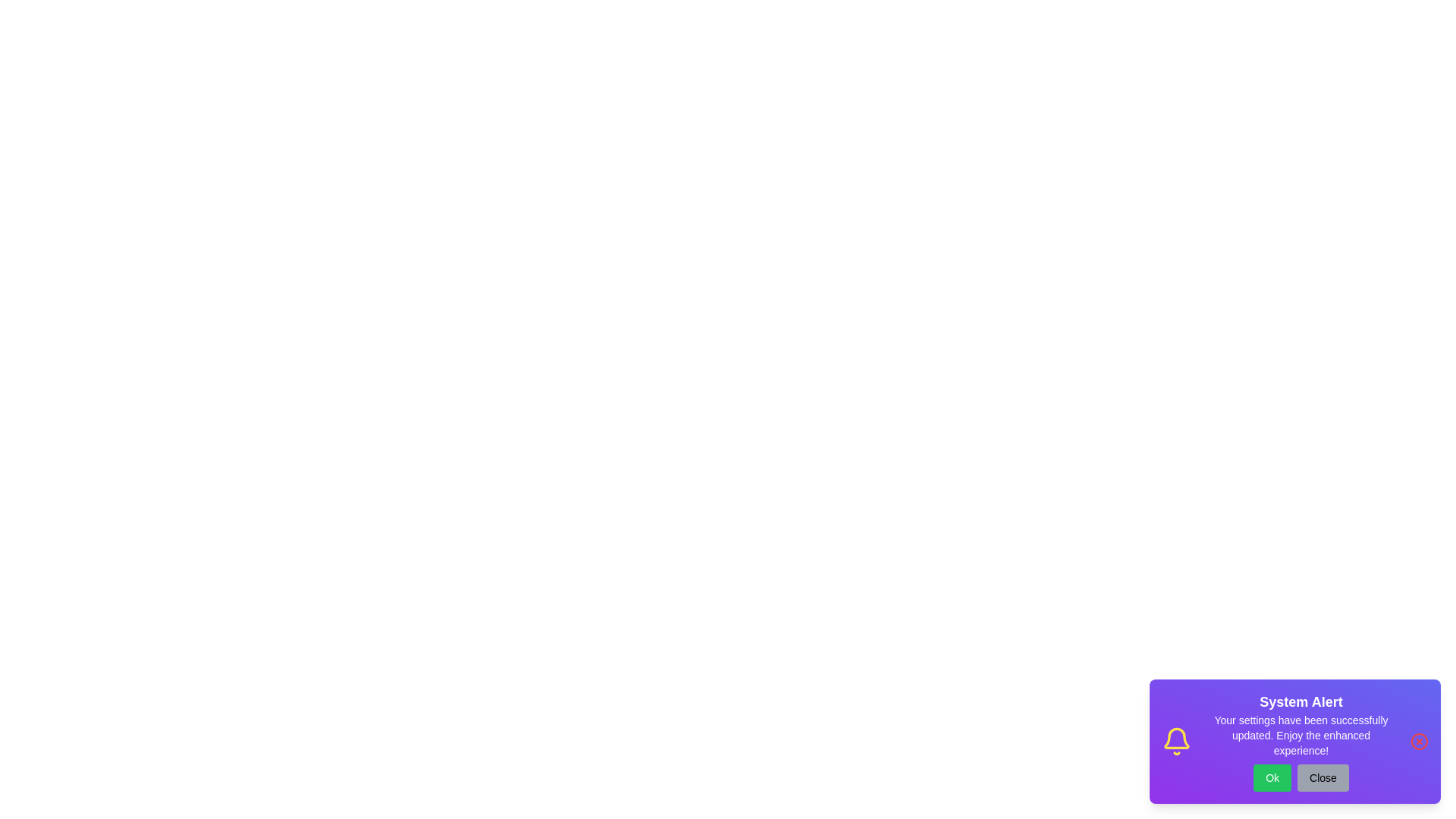  What do you see at coordinates (1322, 778) in the screenshot?
I see `the 'Close' button to dismiss the notification` at bounding box center [1322, 778].